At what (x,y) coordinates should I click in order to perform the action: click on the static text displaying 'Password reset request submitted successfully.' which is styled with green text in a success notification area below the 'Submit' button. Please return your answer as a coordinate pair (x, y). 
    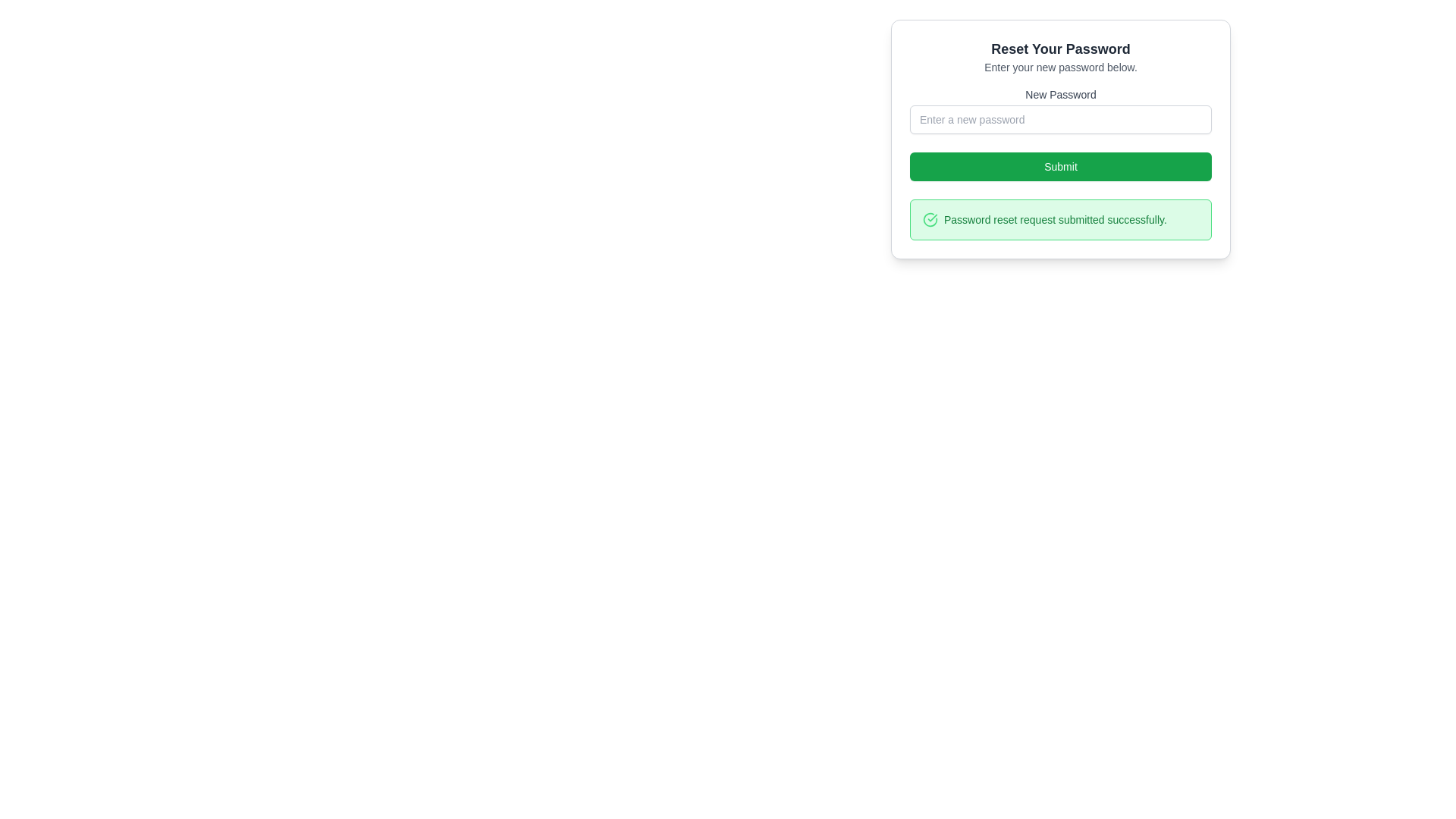
    Looking at the image, I should click on (1055, 219).